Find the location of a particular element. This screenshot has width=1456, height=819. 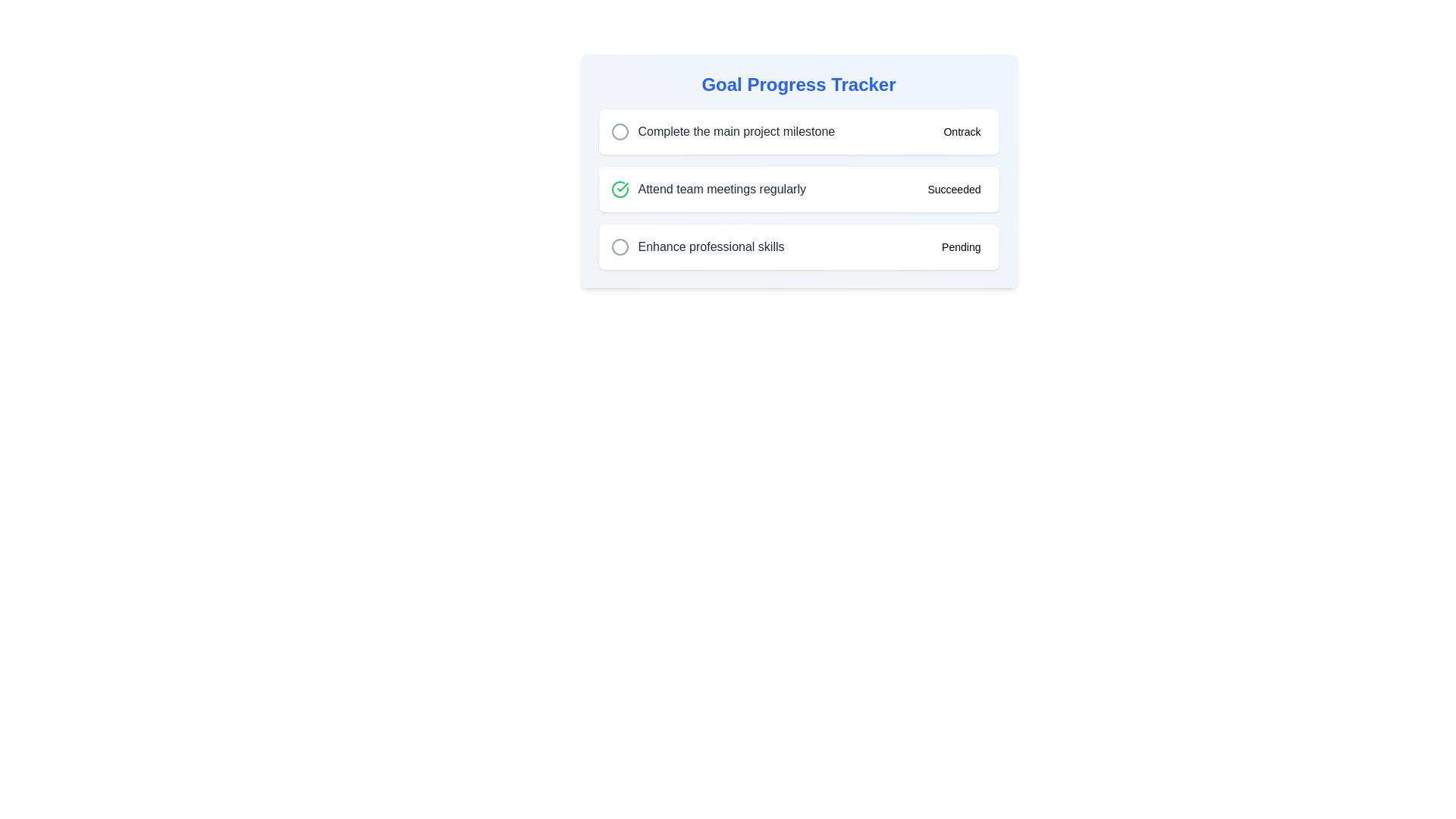

text of the status item labeled 'Enhance professional skills', which is a Text label with an icon located in the lower part of the 'Goal Progress Tracker' section is located at coordinates (697, 246).